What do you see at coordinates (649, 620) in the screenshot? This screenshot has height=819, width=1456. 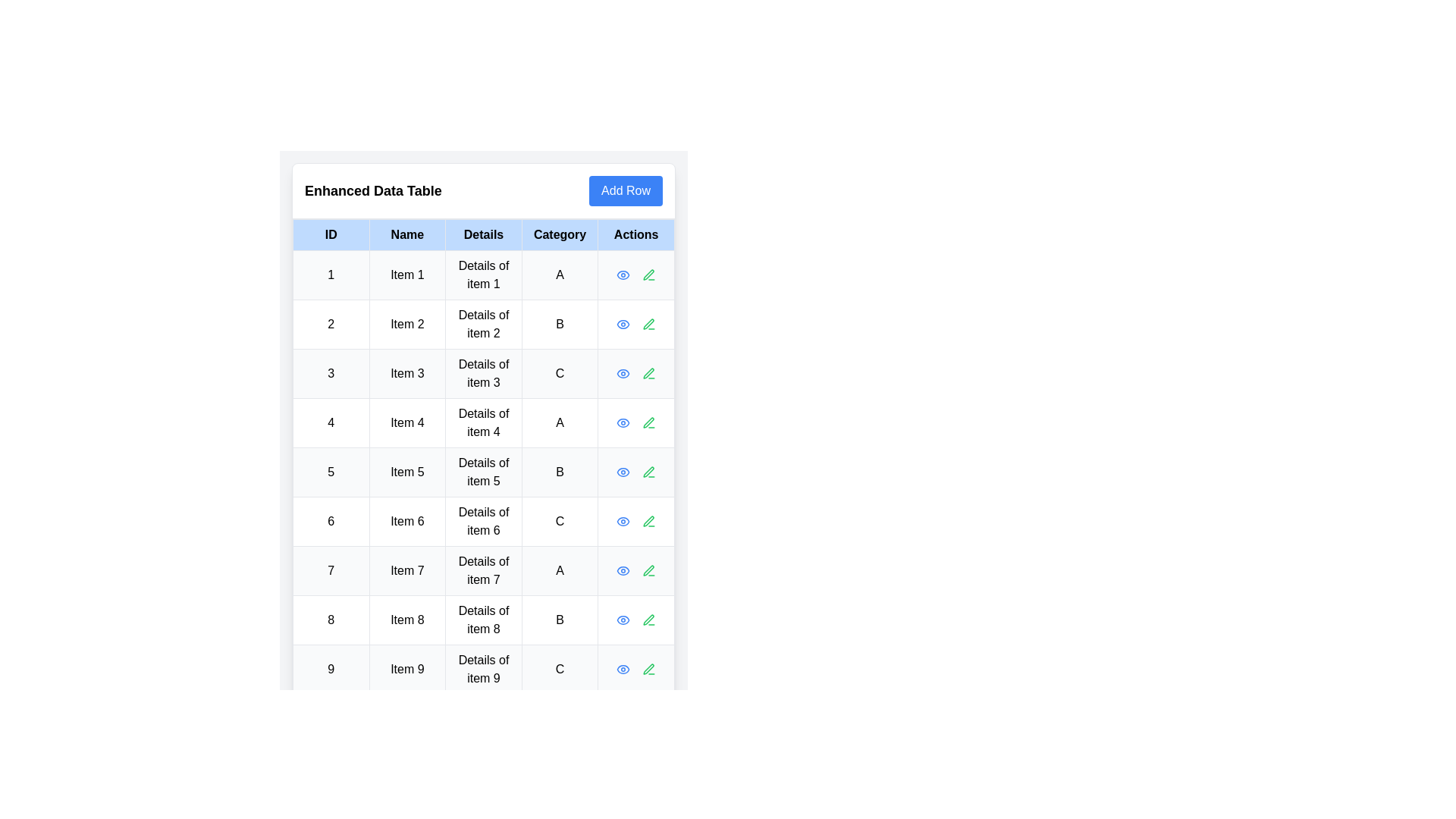 I see `the 'Edit' icon in the 'Actions' column for 'Item 8'` at bounding box center [649, 620].